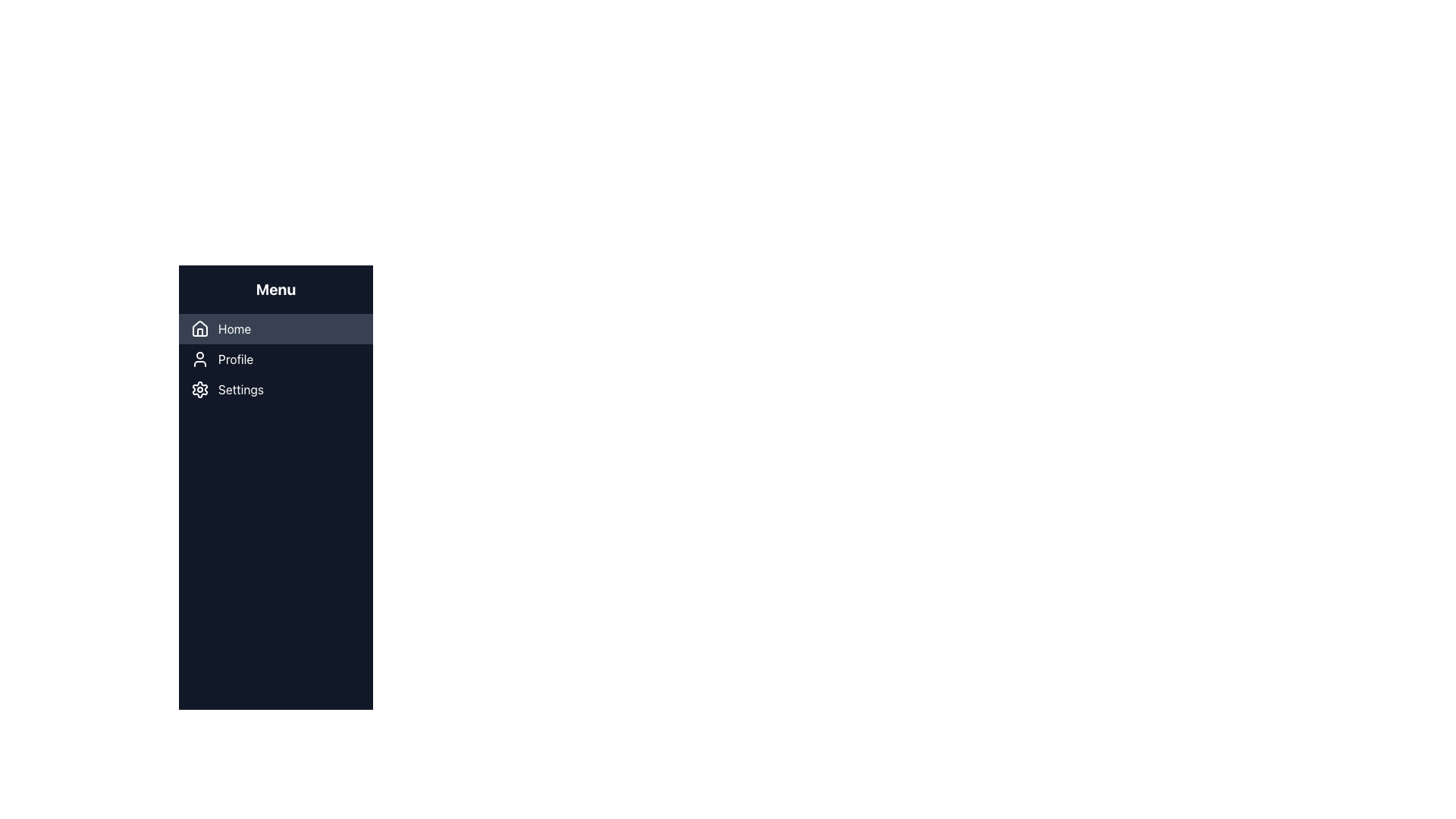 This screenshot has width=1456, height=819. Describe the element at coordinates (199, 359) in the screenshot. I see `the circular user profile icon with a white line stroke against a dark background, located to the left of the 'Profile' label in the vertical menu bar` at that location.